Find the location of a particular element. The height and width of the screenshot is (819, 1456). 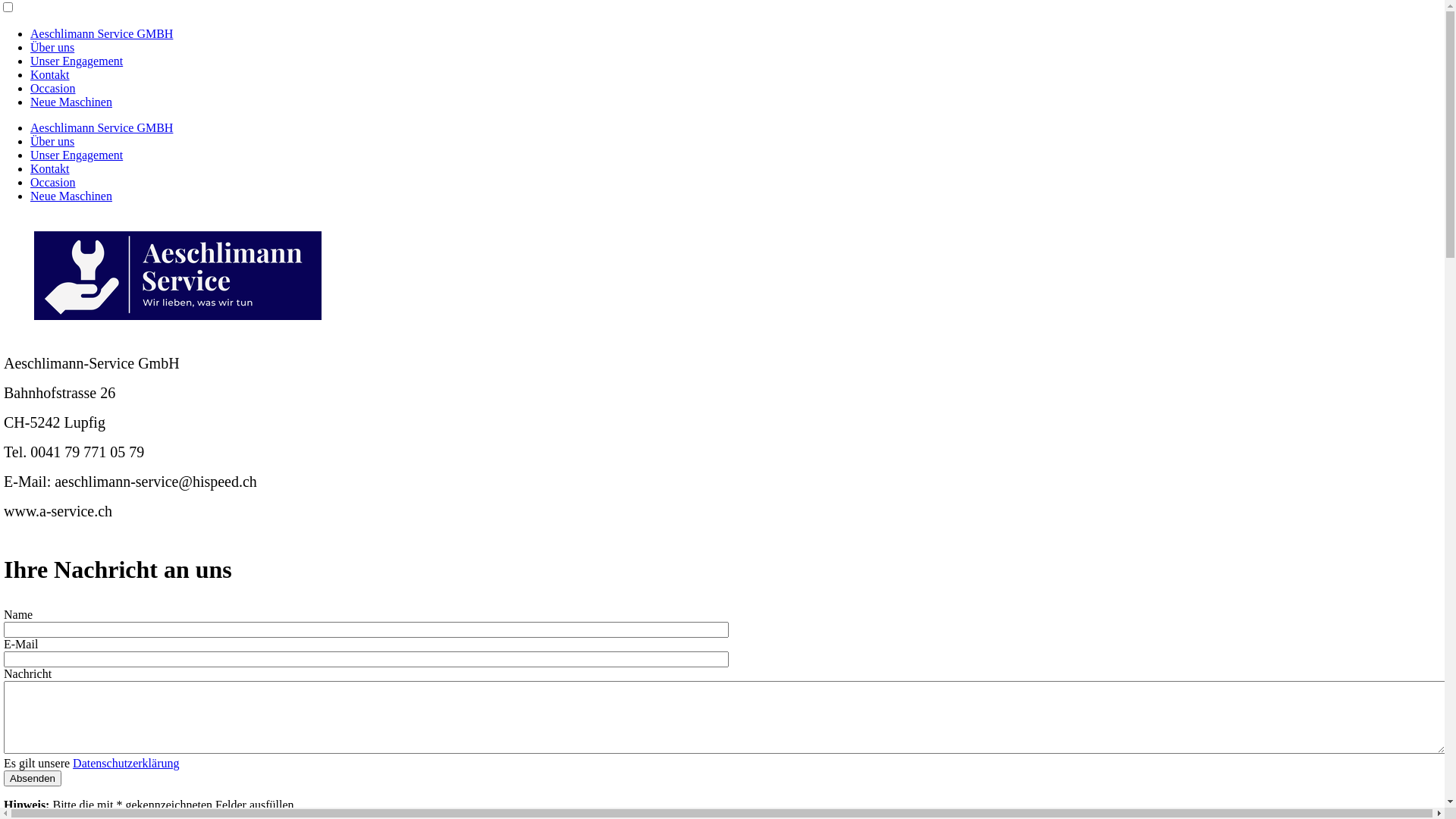

'Kontakt' is located at coordinates (30, 74).